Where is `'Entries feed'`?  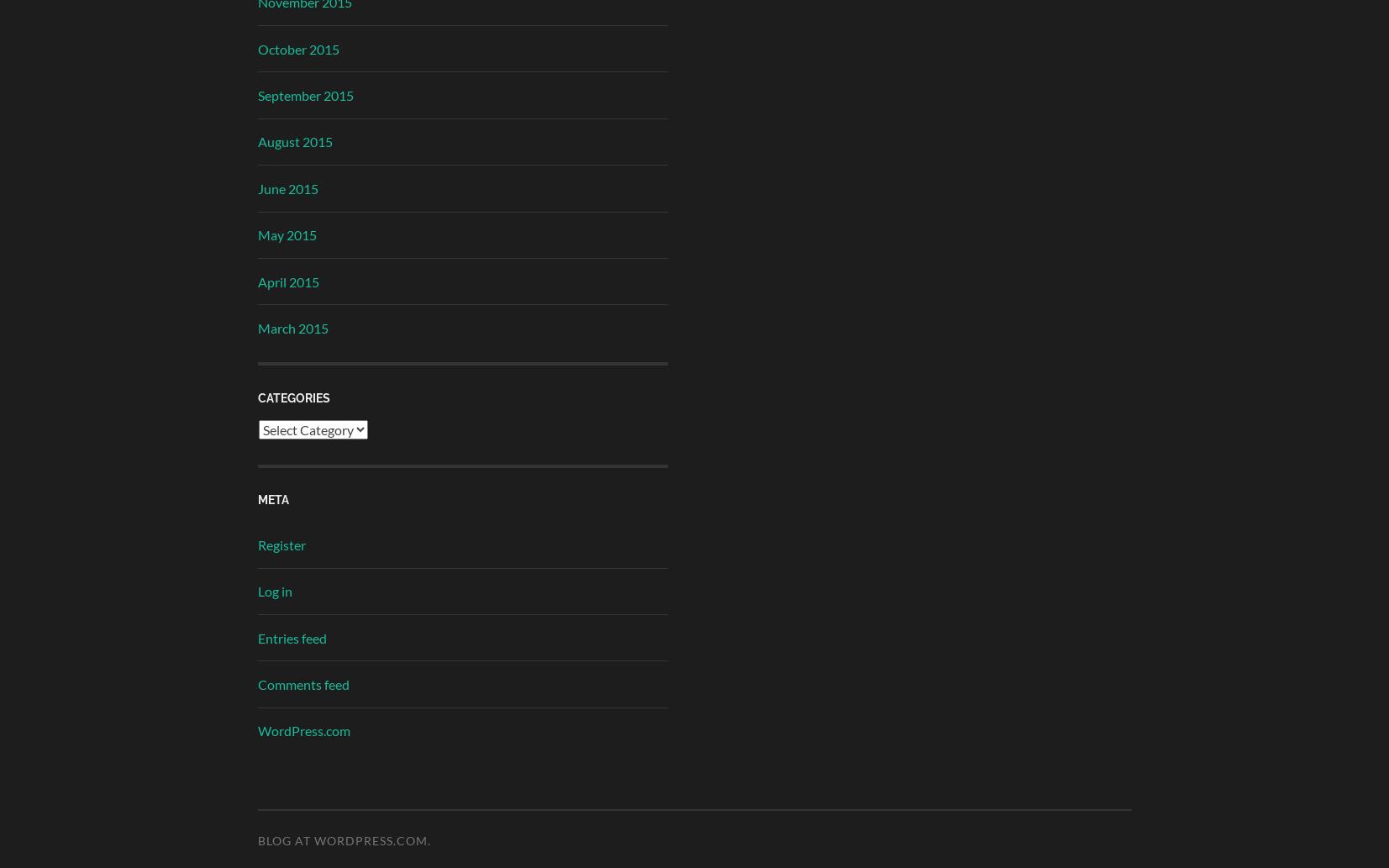 'Entries feed' is located at coordinates (290, 637).